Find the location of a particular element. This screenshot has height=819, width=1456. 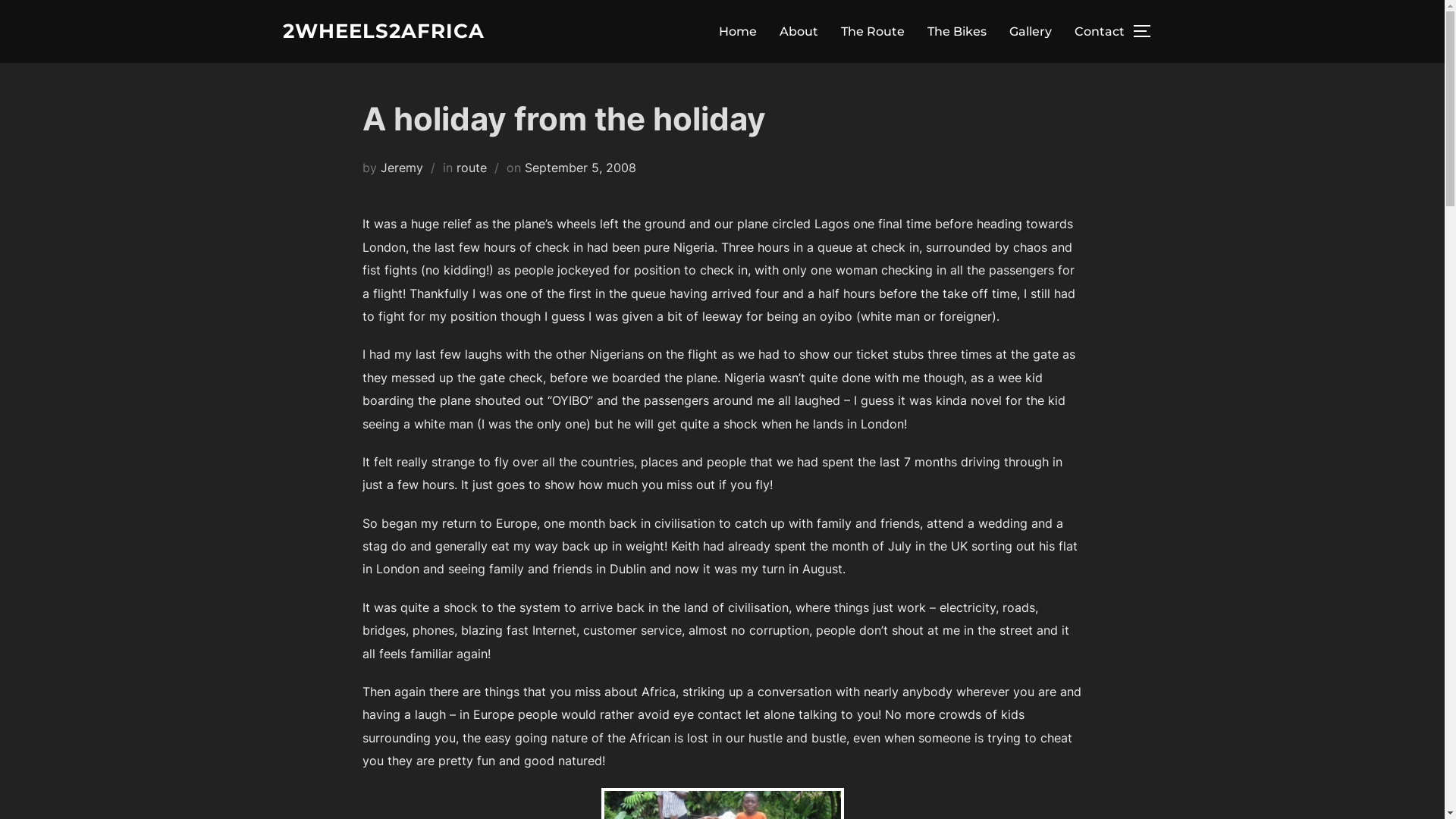

'Home' is located at coordinates (738, 31).